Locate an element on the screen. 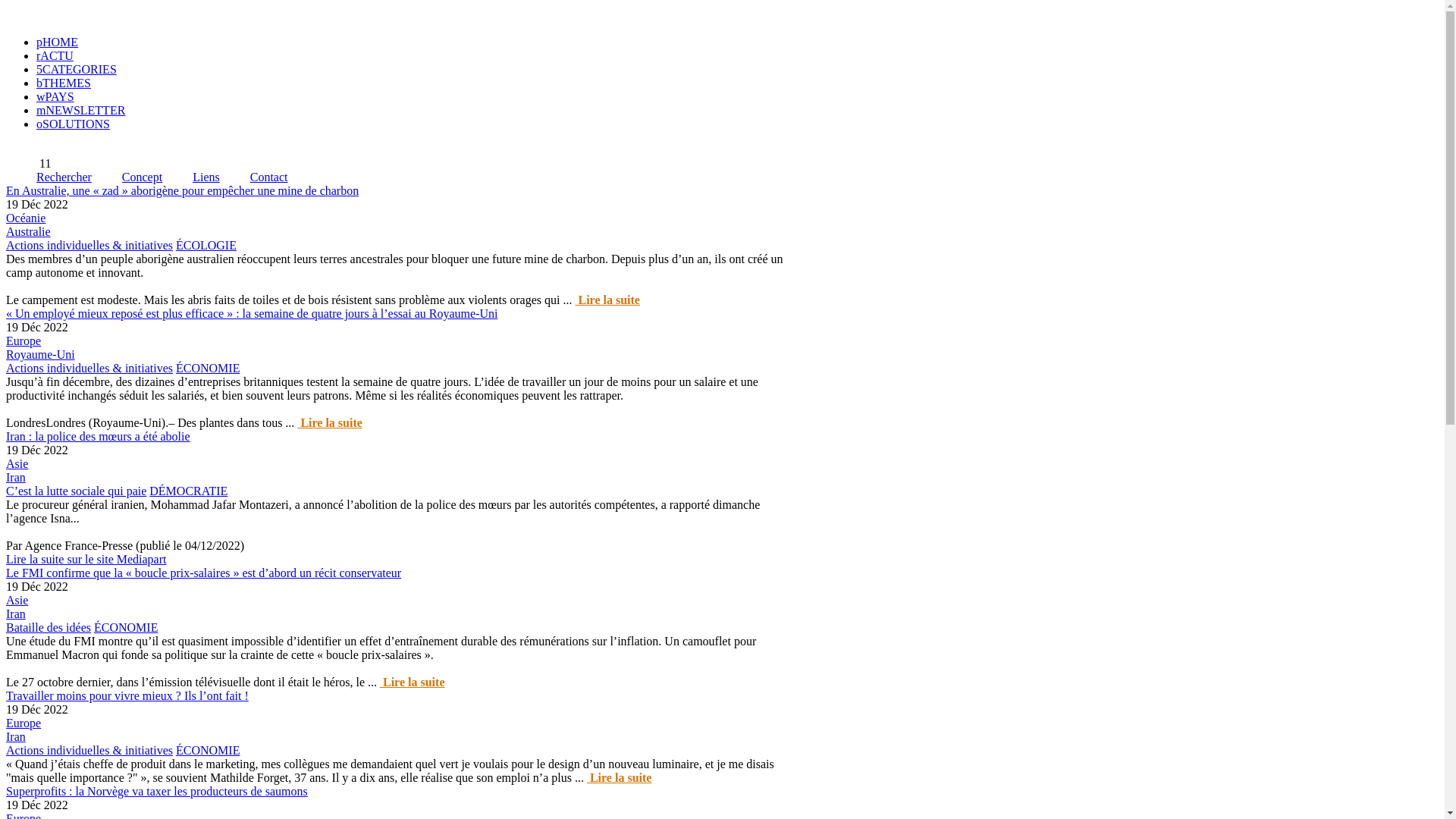  'pHOME' is located at coordinates (57, 41).